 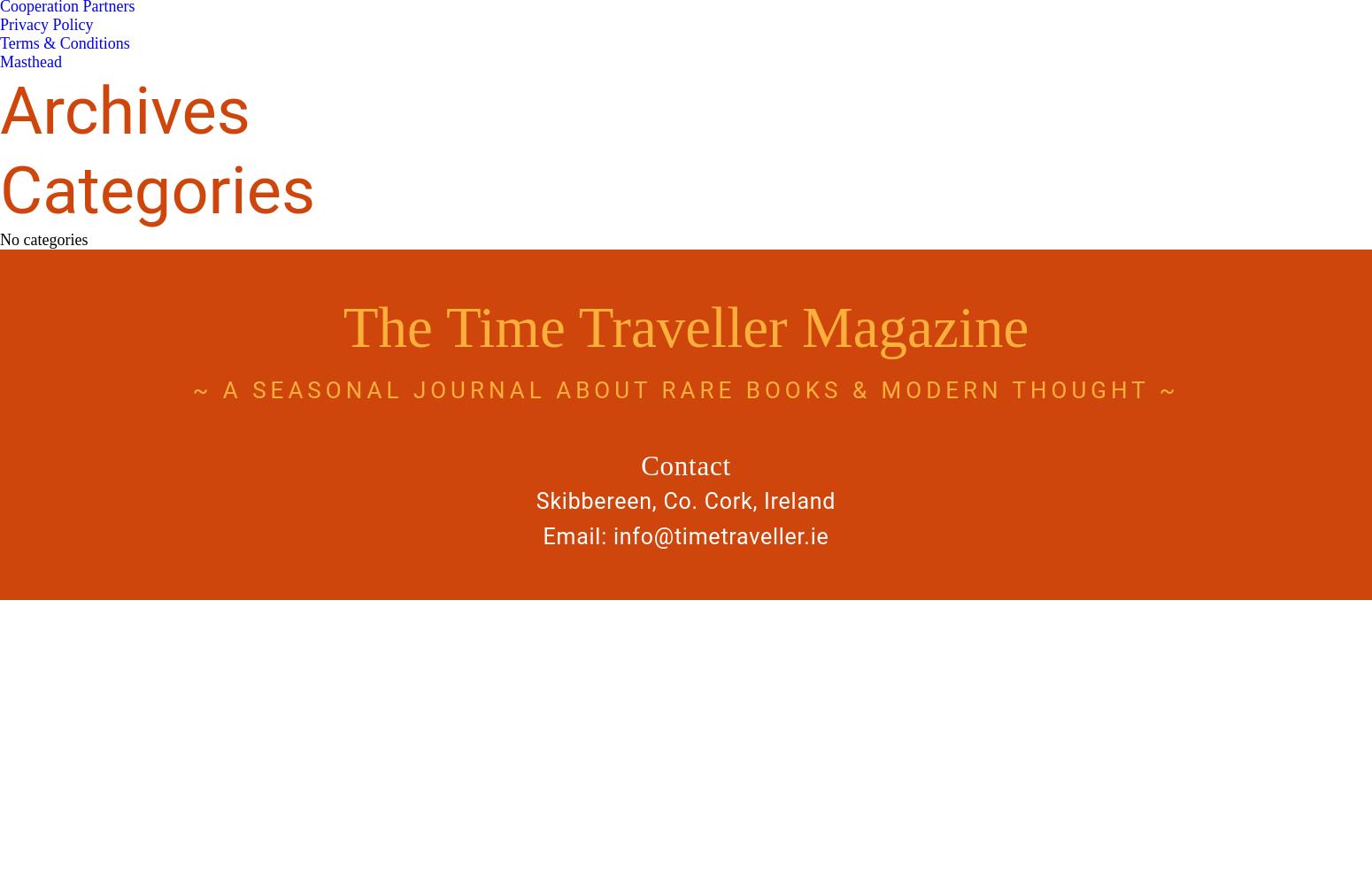 What do you see at coordinates (750, 535) in the screenshot?
I see `'timetraveller.ie'` at bounding box center [750, 535].